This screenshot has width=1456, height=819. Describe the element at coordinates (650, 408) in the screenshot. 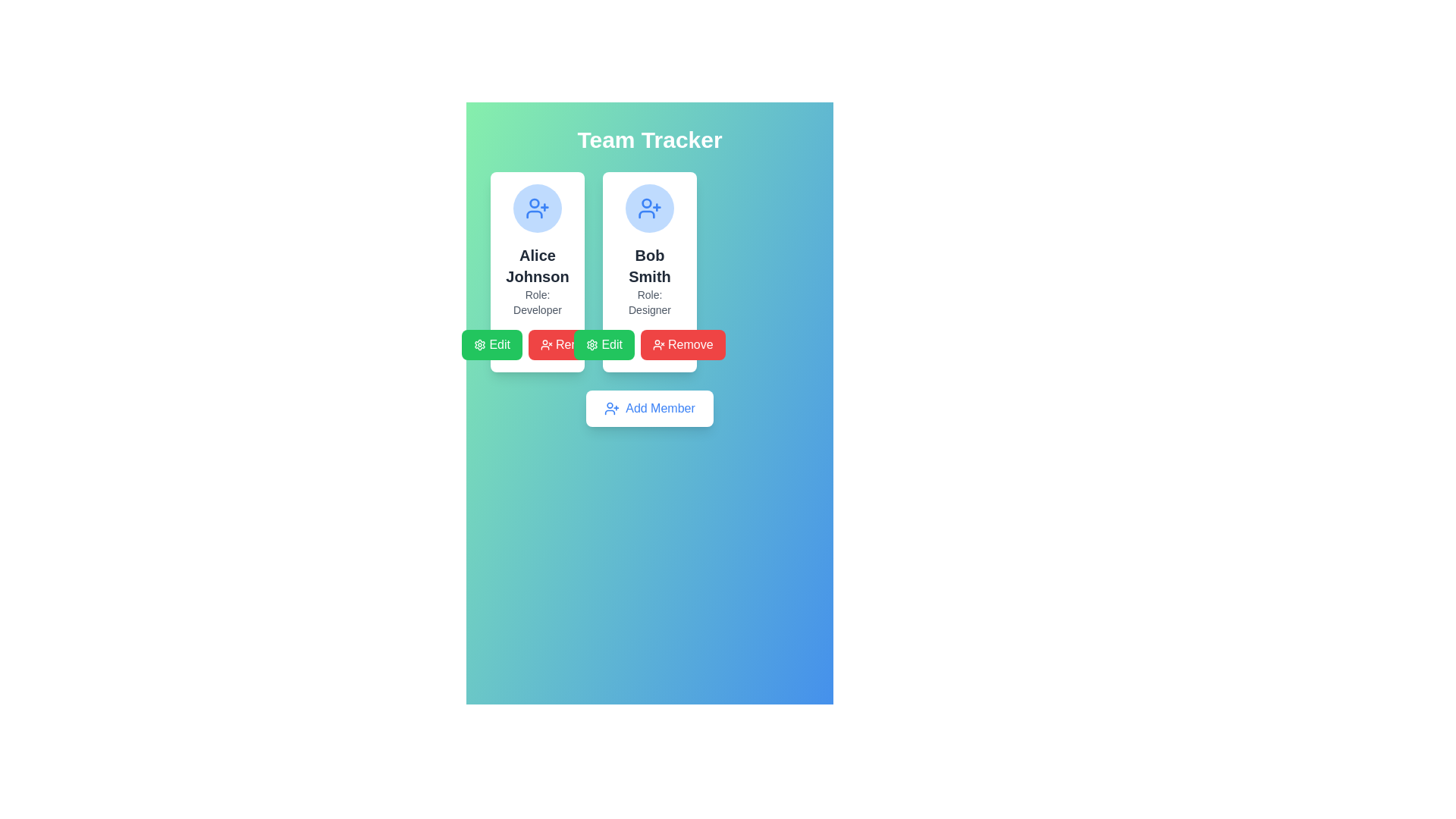

I see `the 'Add Member' button, which has a white background, rounded edges, and blue text, located at the bottom of a section below user cards labeled 'Alice Johnson' and 'Bob Smith'` at that location.